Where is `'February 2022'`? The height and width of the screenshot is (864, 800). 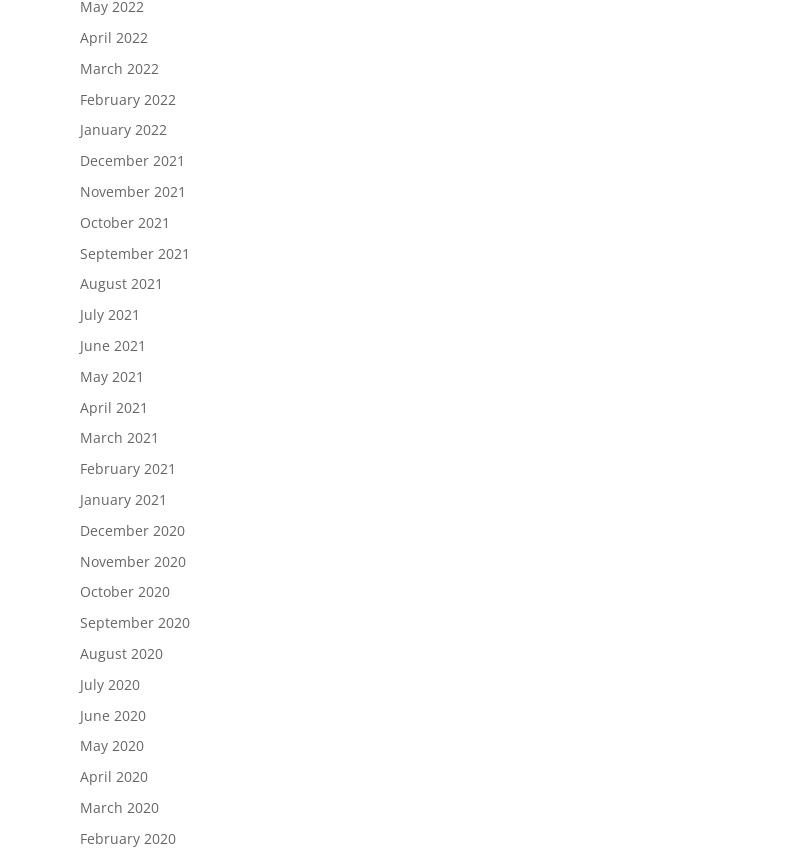
'February 2022' is located at coordinates (127, 98).